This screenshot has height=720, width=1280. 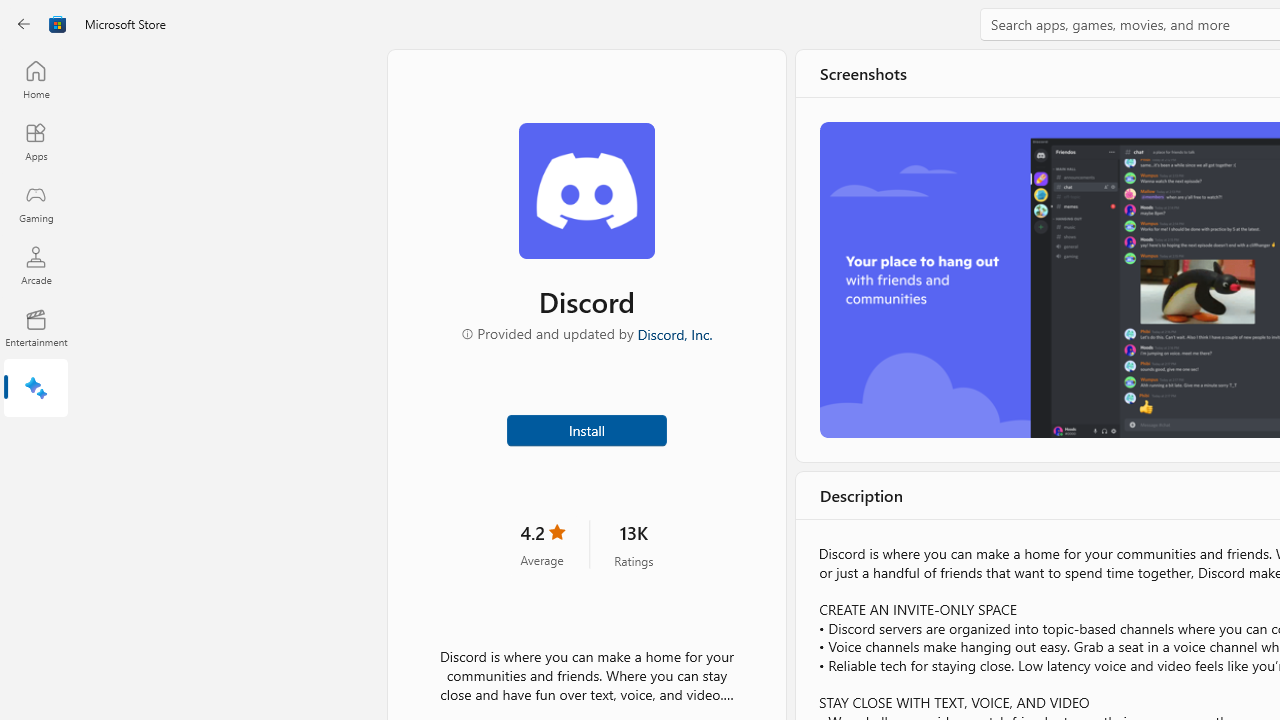 What do you see at coordinates (673, 332) in the screenshot?
I see `'Discord, Inc.'` at bounding box center [673, 332].